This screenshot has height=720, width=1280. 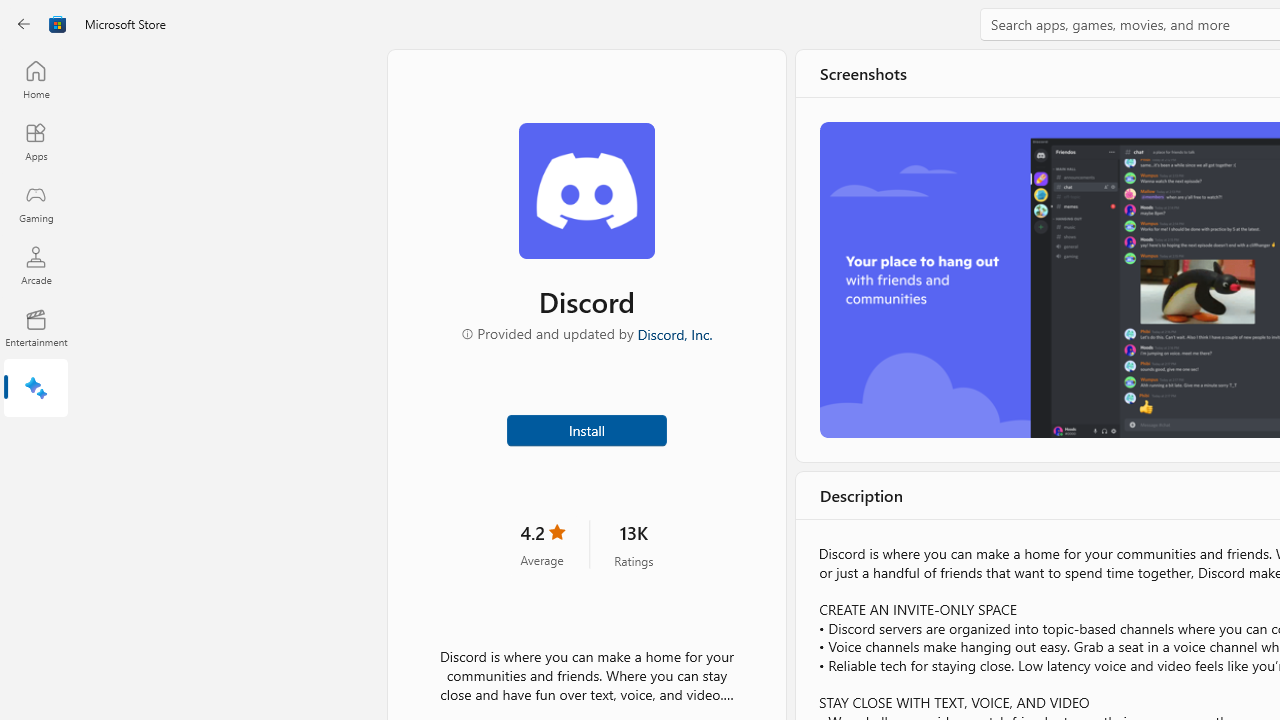 What do you see at coordinates (673, 332) in the screenshot?
I see `'Discord, Inc.'` at bounding box center [673, 332].